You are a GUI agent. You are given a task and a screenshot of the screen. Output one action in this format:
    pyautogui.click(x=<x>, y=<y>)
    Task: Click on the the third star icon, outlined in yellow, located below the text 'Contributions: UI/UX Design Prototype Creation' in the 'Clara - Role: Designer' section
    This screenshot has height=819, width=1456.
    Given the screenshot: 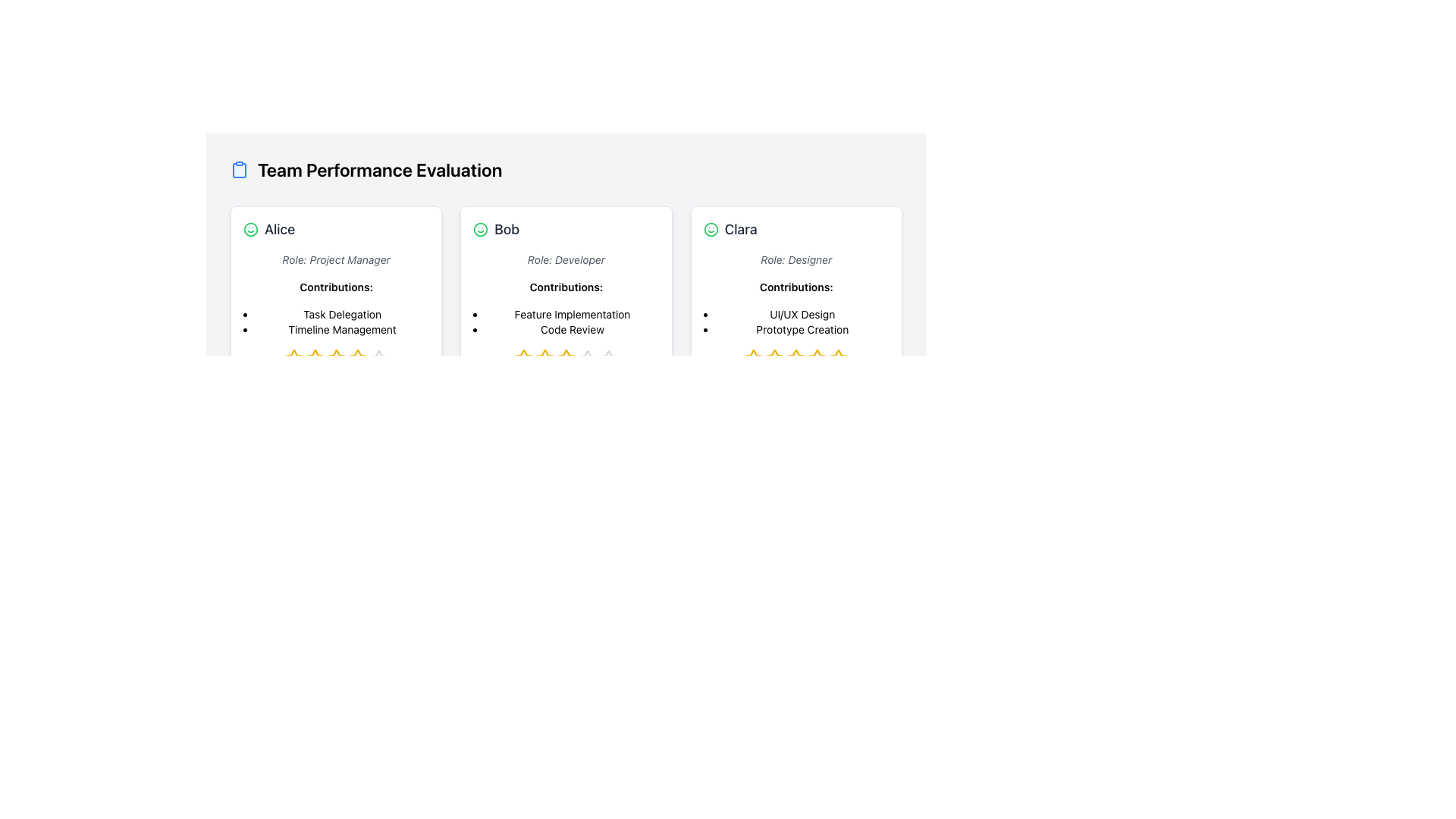 What is the action you would take?
    pyautogui.click(x=775, y=359)
    